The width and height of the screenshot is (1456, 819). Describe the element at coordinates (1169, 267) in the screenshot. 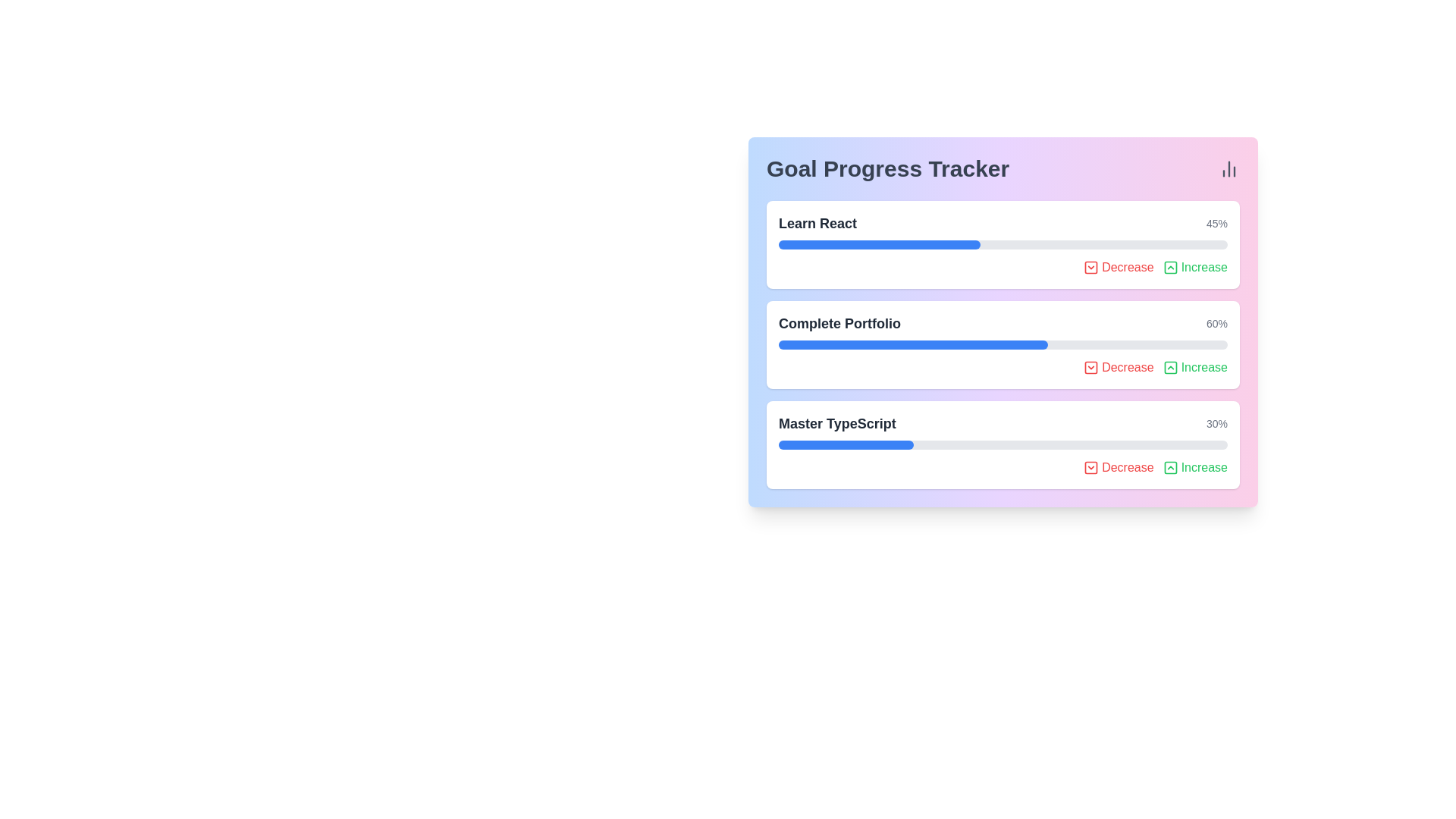

I see `the green outline square icon with an upwards chevron symbol in the 'Increase' action section, located adjacent to the text 'Increase'` at that location.